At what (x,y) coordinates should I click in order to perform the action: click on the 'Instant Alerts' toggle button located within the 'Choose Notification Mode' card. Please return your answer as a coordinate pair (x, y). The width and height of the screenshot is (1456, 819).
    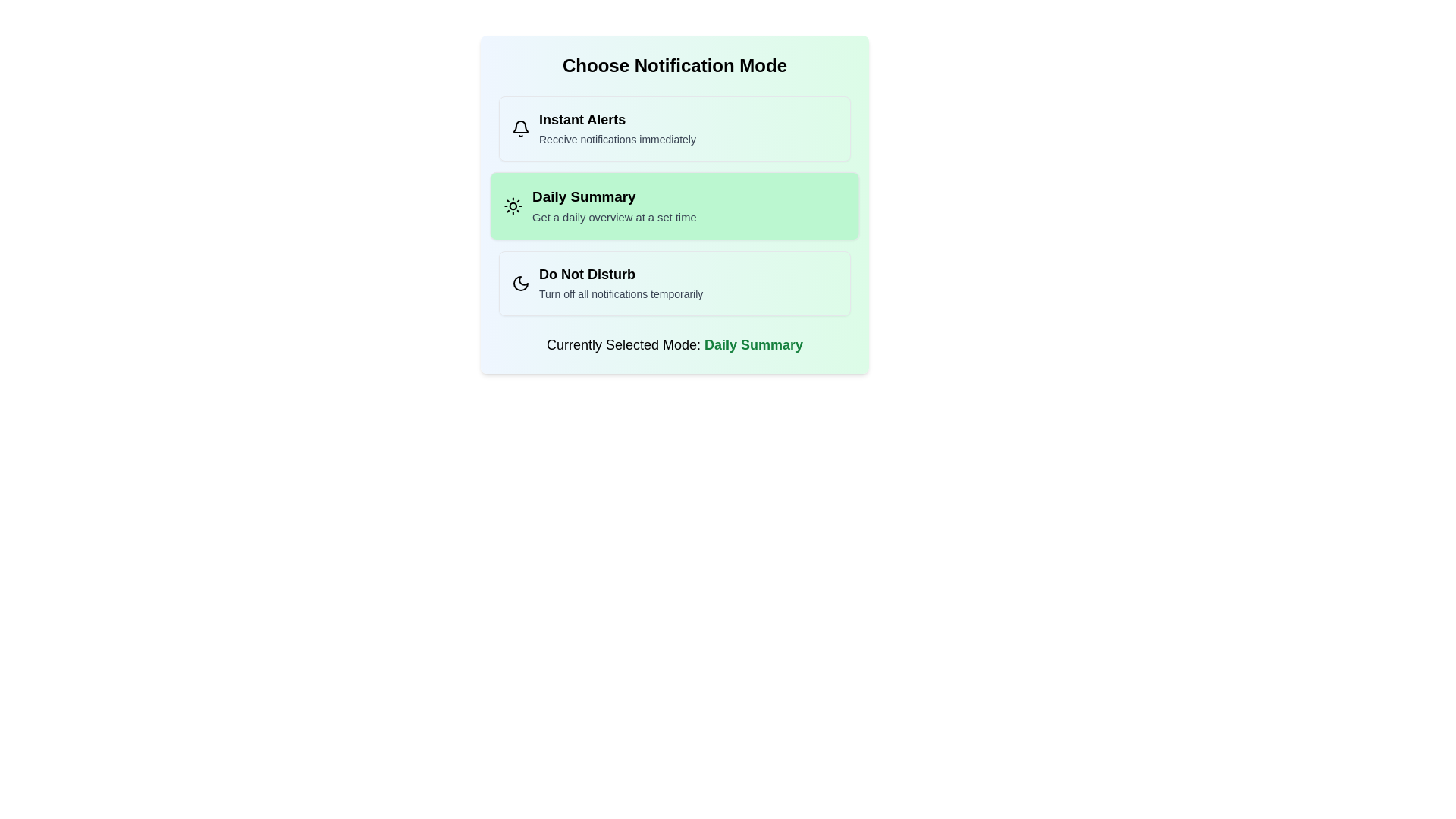
    Looking at the image, I should click on (673, 127).